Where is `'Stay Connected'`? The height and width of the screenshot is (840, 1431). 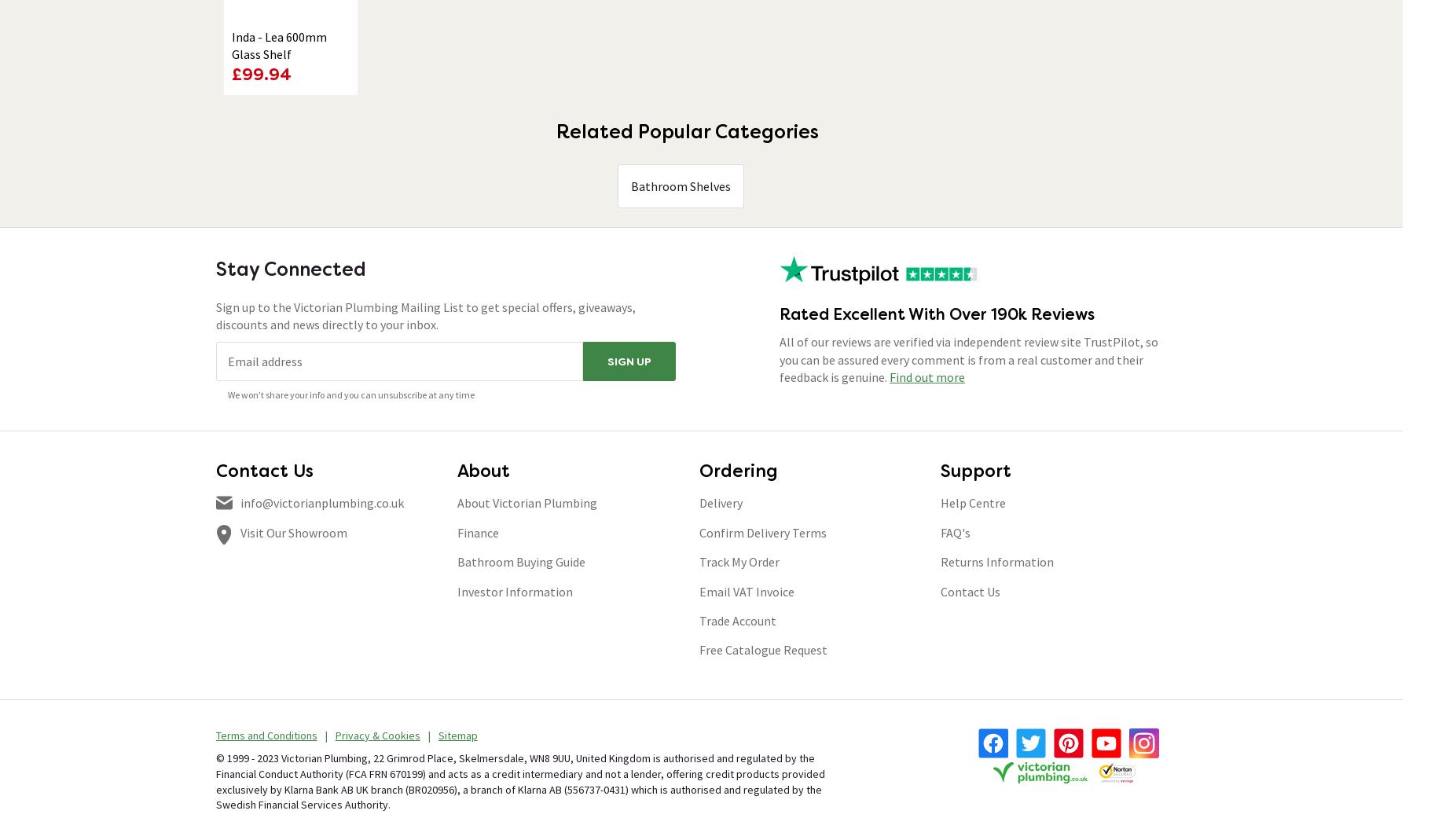
'Stay Connected' is located at coordinates (289, 269).